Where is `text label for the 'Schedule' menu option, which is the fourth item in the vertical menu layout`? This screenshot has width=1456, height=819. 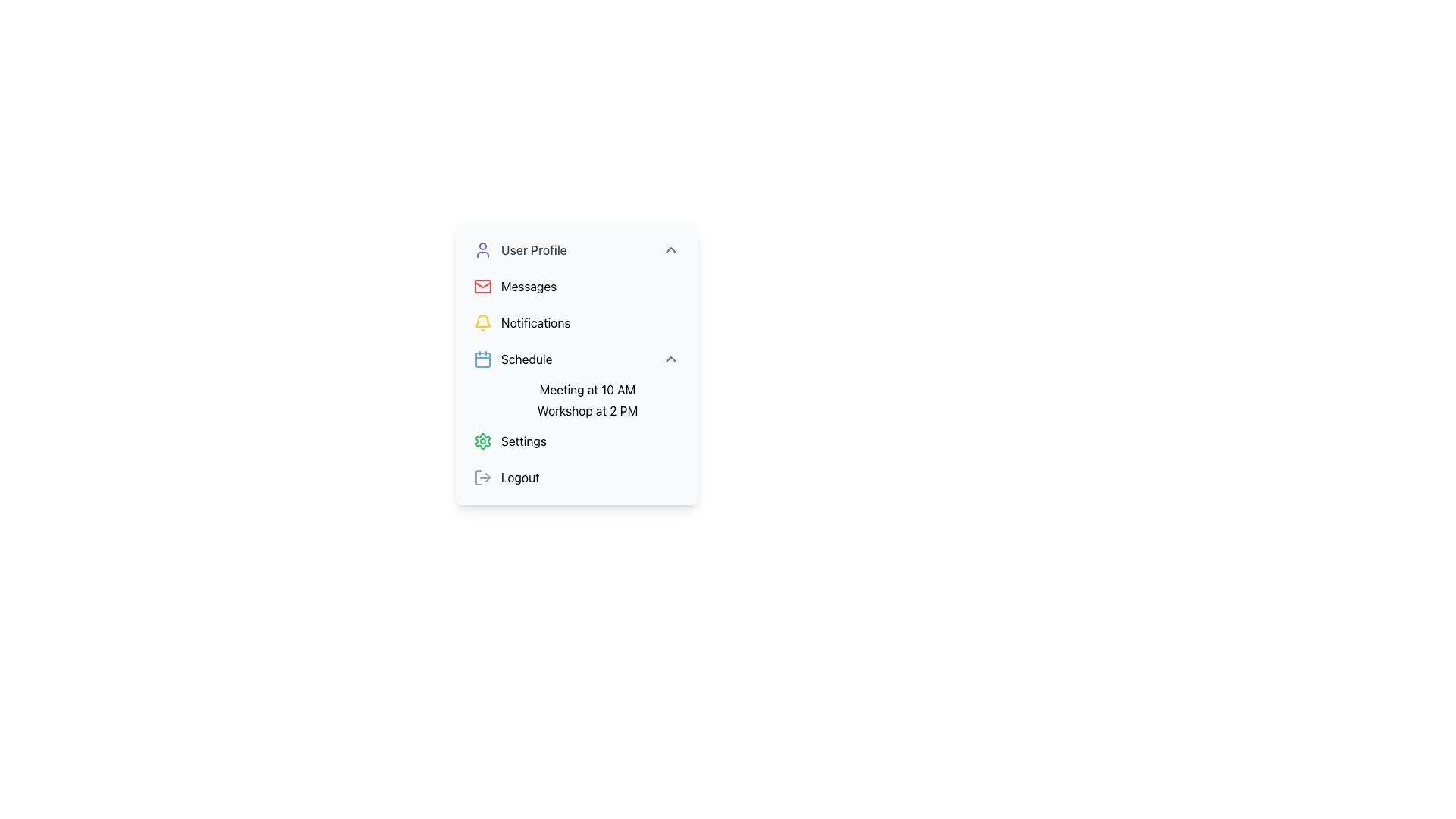
text label for the 'Schedule' menu option, which is the fourth item in the vertical menu layout is located at coordinates (526, 359).